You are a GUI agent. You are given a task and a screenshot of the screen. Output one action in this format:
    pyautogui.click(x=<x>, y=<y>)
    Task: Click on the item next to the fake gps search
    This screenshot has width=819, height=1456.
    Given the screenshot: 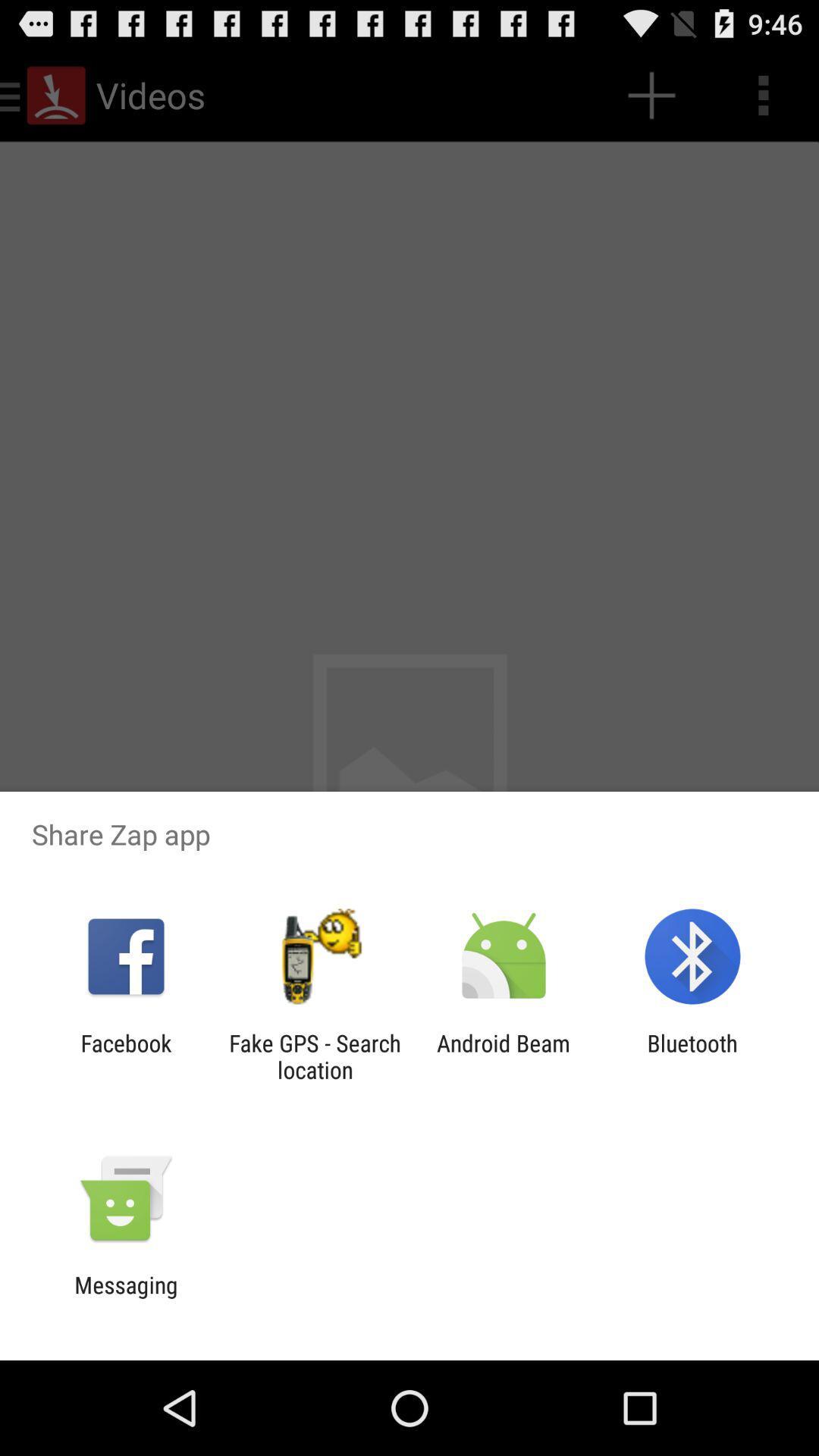 What is the action you would take?
    pyautogui.click(x=125, y=1056)
    